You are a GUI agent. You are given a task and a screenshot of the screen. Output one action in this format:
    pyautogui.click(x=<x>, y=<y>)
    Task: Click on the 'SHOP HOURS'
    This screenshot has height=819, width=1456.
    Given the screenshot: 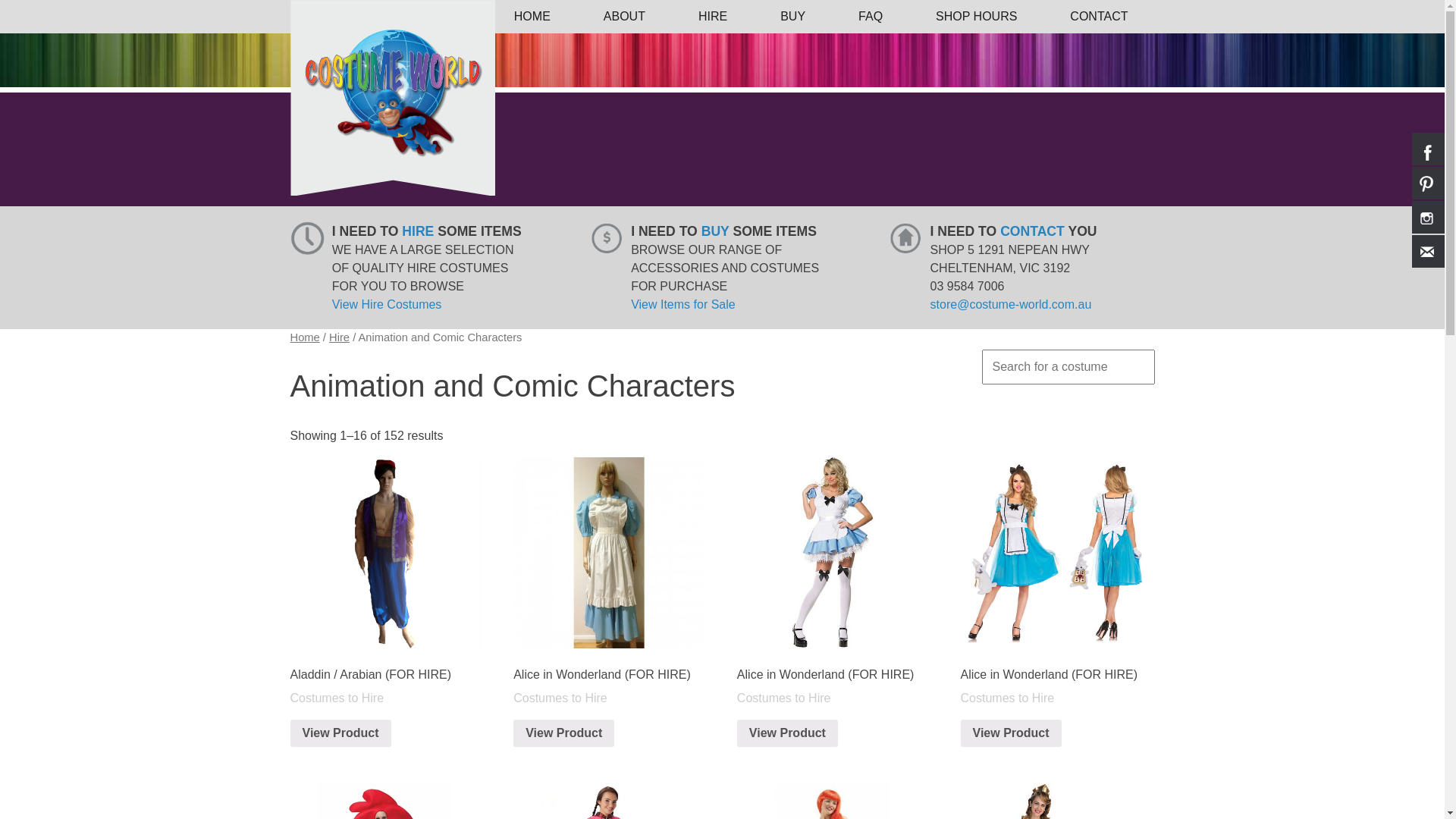 What is the action you would take?
    pyautogui.click(x=976, y=17)
    